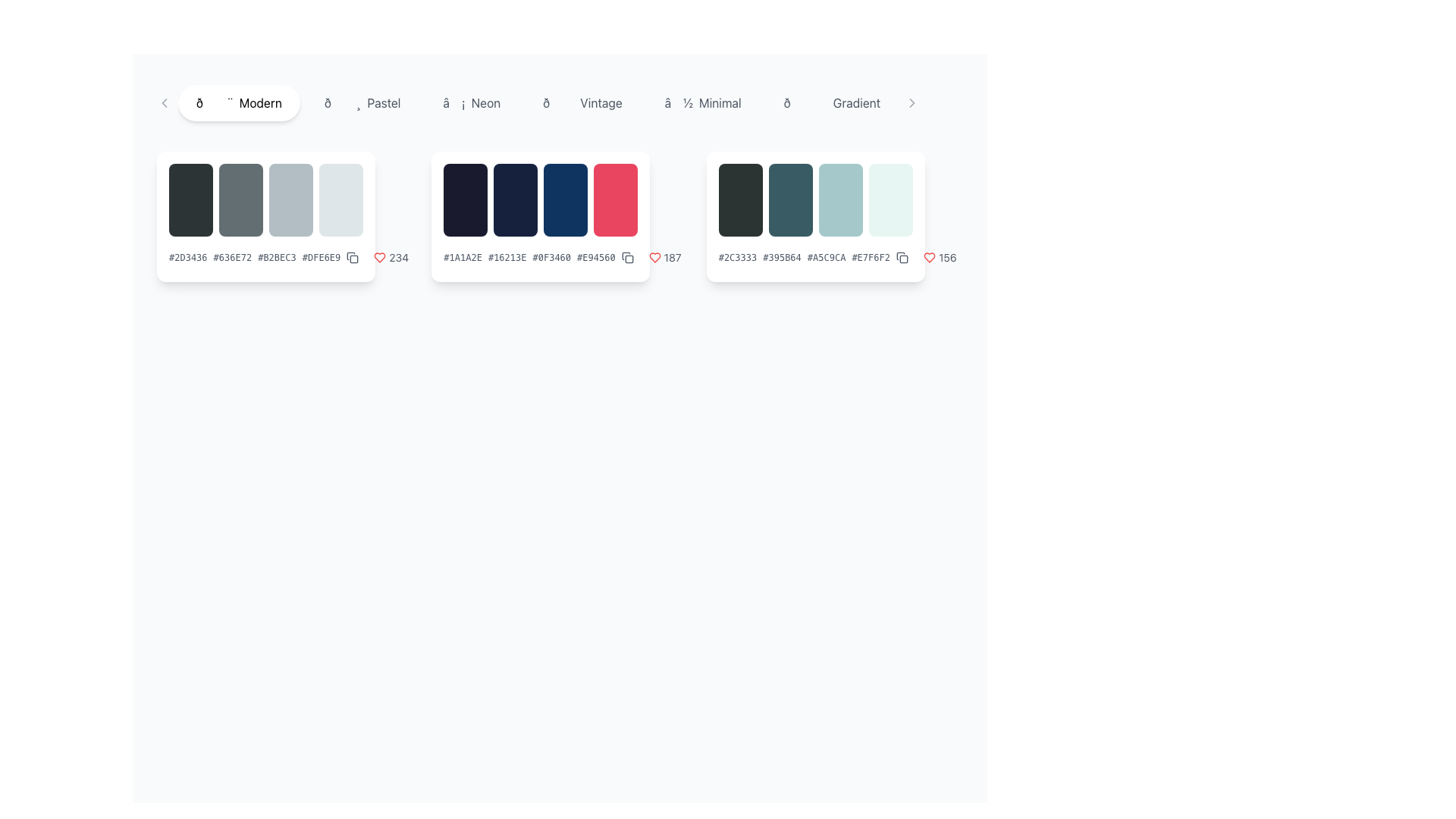  What do you see at coordinates (856, 102) in the screenshot?
I see `the 'Gradient' text label located on the right side of the horizontal navigation bar` at bounding box center [856, 102].